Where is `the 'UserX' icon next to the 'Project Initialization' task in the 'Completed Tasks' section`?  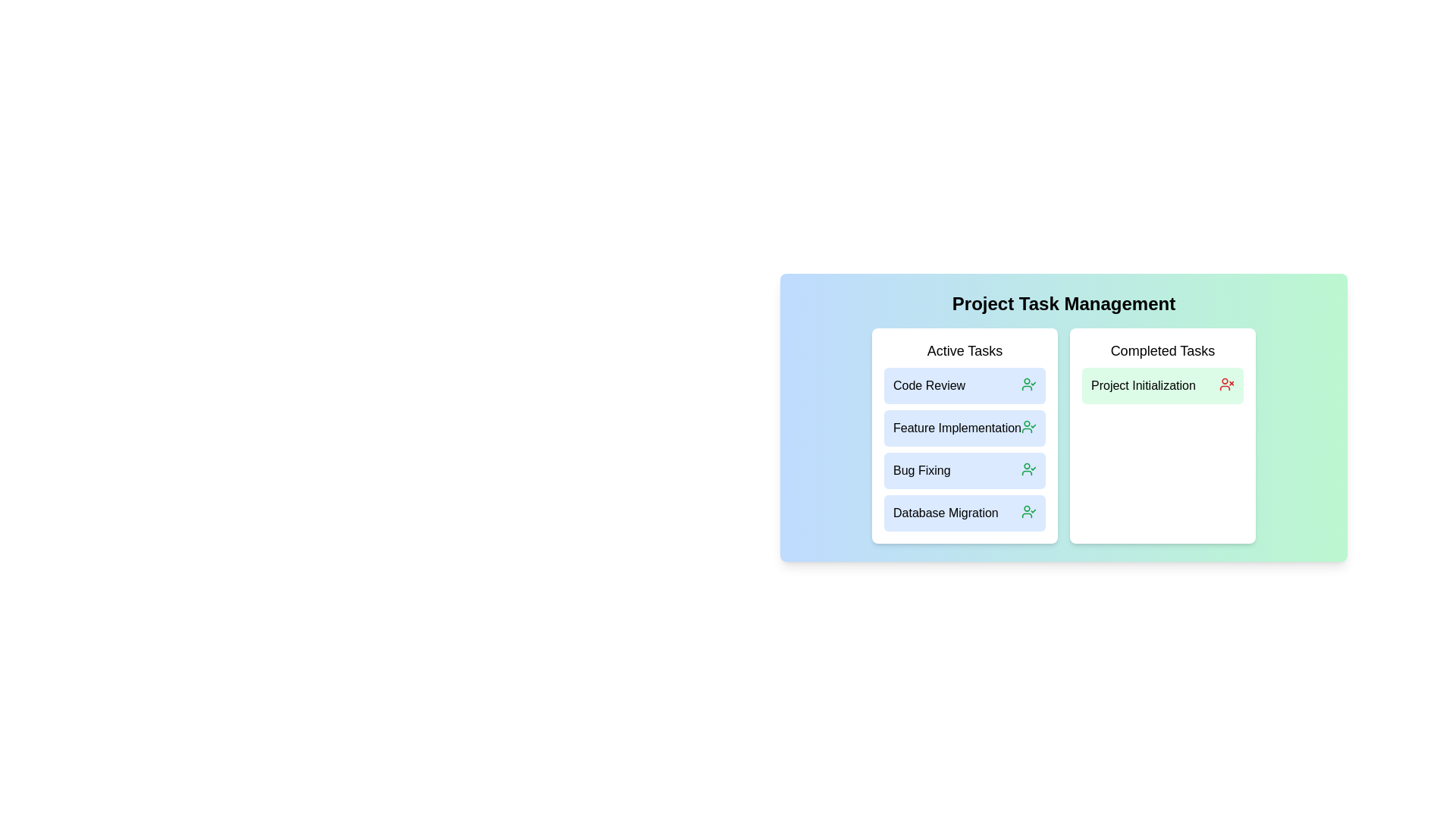 the 'UserX' icon next to the 'Project Initialization' task in the 'Completed Tasks' section is located at coordinates (1226, 383).